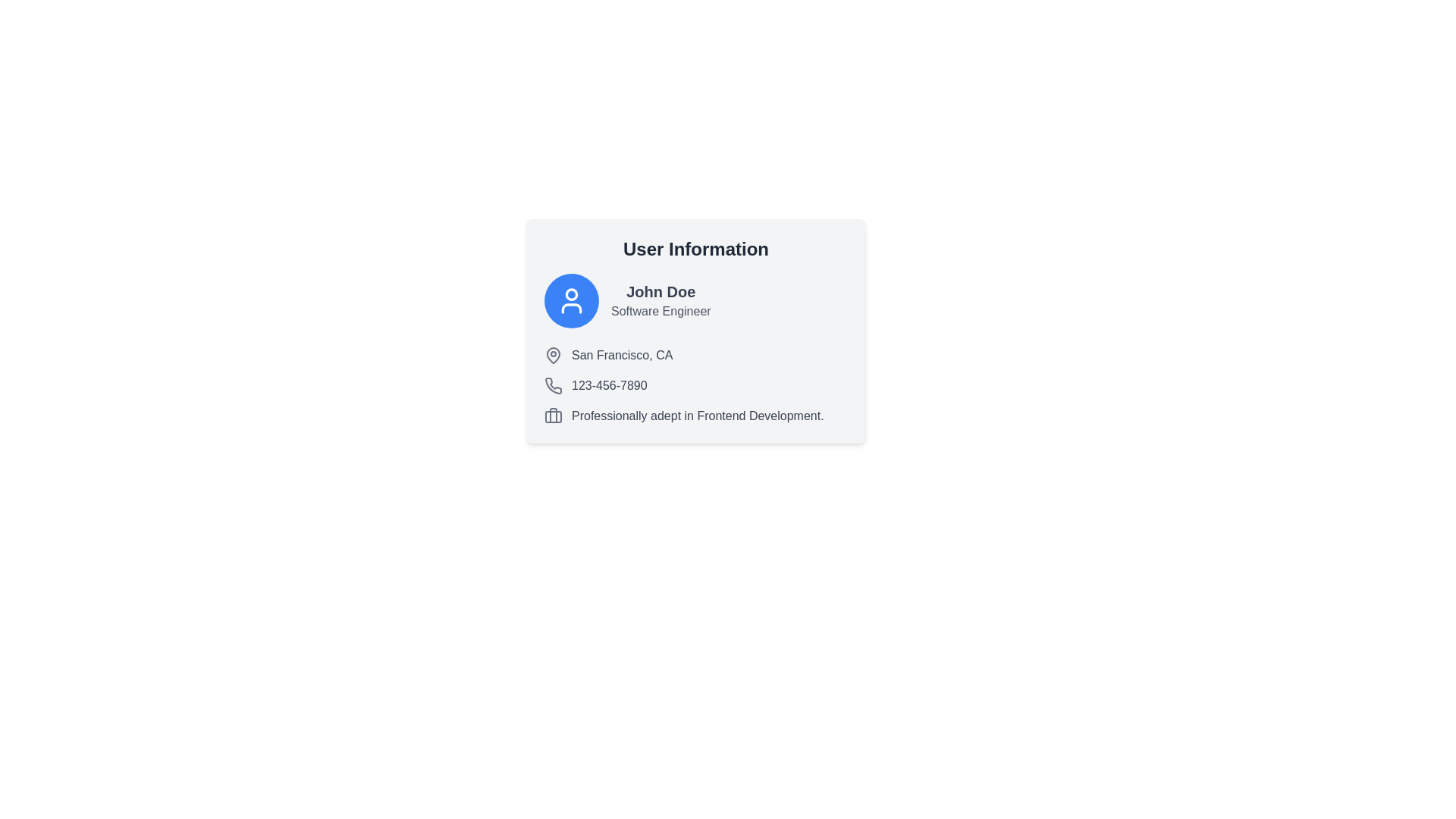 This screenshot has height=819, width=1456. What do you see at coordinates (552, 356) in the screenshot?
I see `the gray map pin icon located to the left of the text 'San Francisco, CA' in the card layout` at bounding box center [552, 356].